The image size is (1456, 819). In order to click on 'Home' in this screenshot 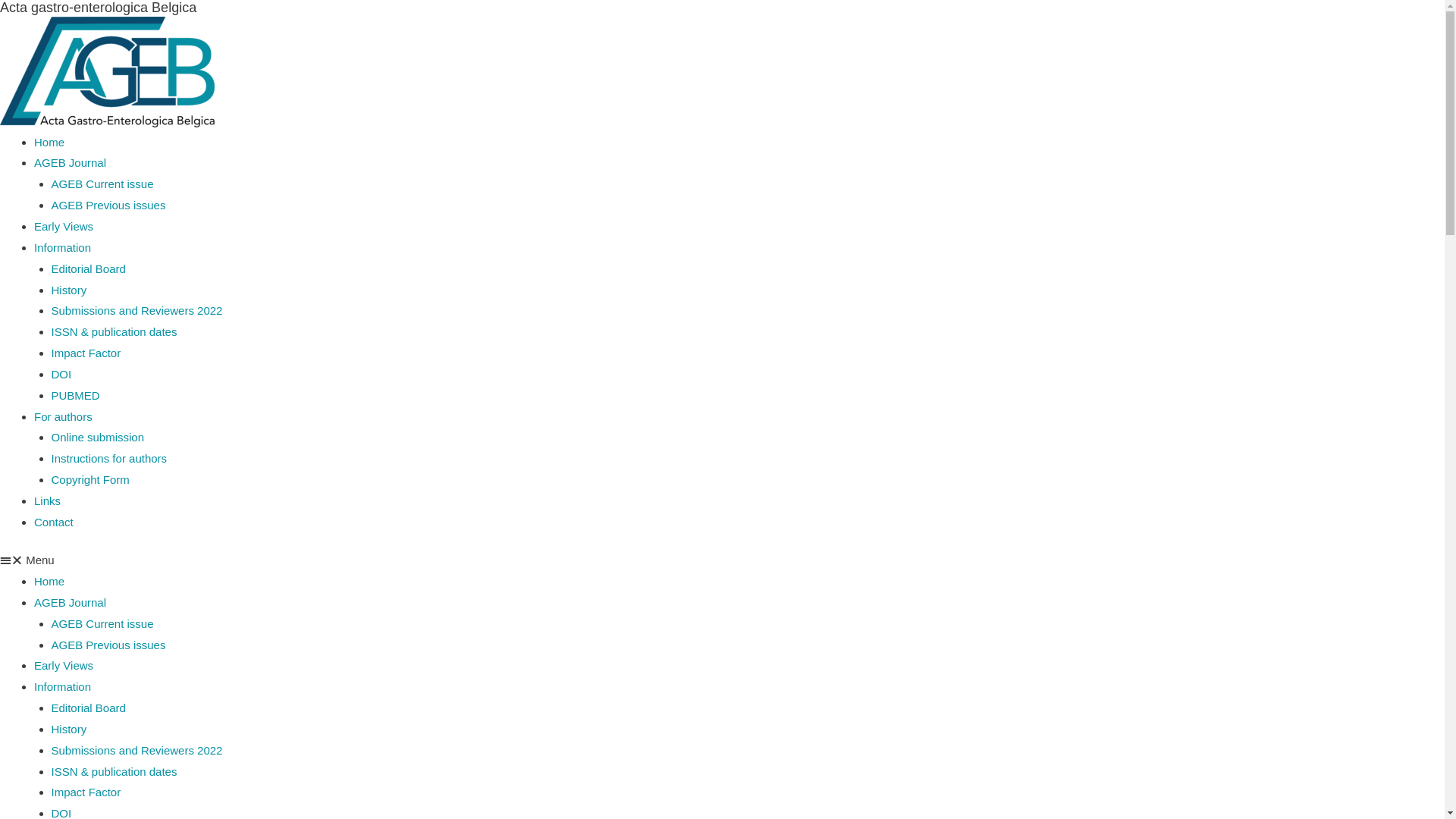, I will do `click(49, 580)`.